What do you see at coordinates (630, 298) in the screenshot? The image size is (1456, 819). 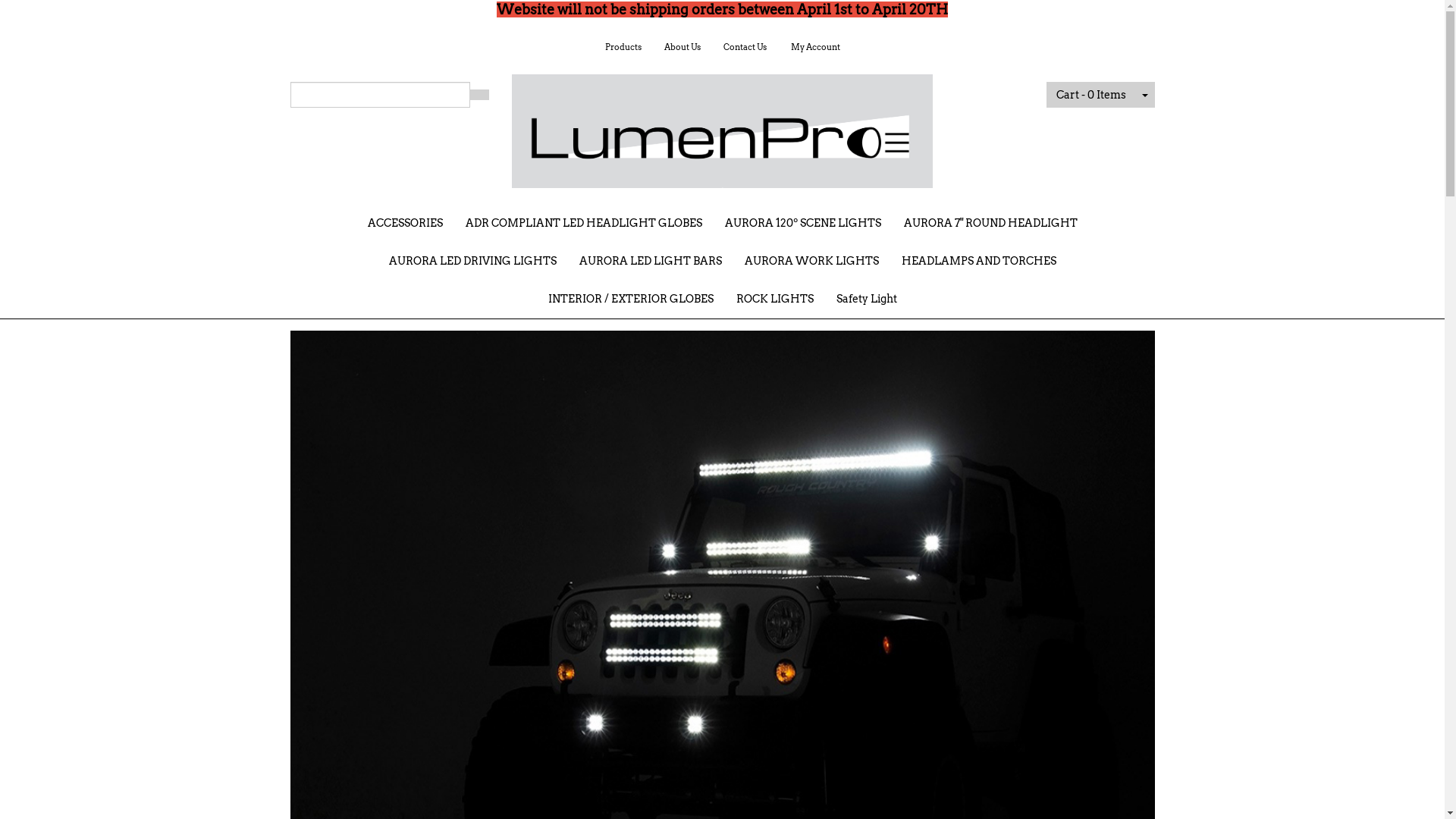 I see `'INTERIOR / EXTERIOR GLOBES'` at bounding box center [630, 298].